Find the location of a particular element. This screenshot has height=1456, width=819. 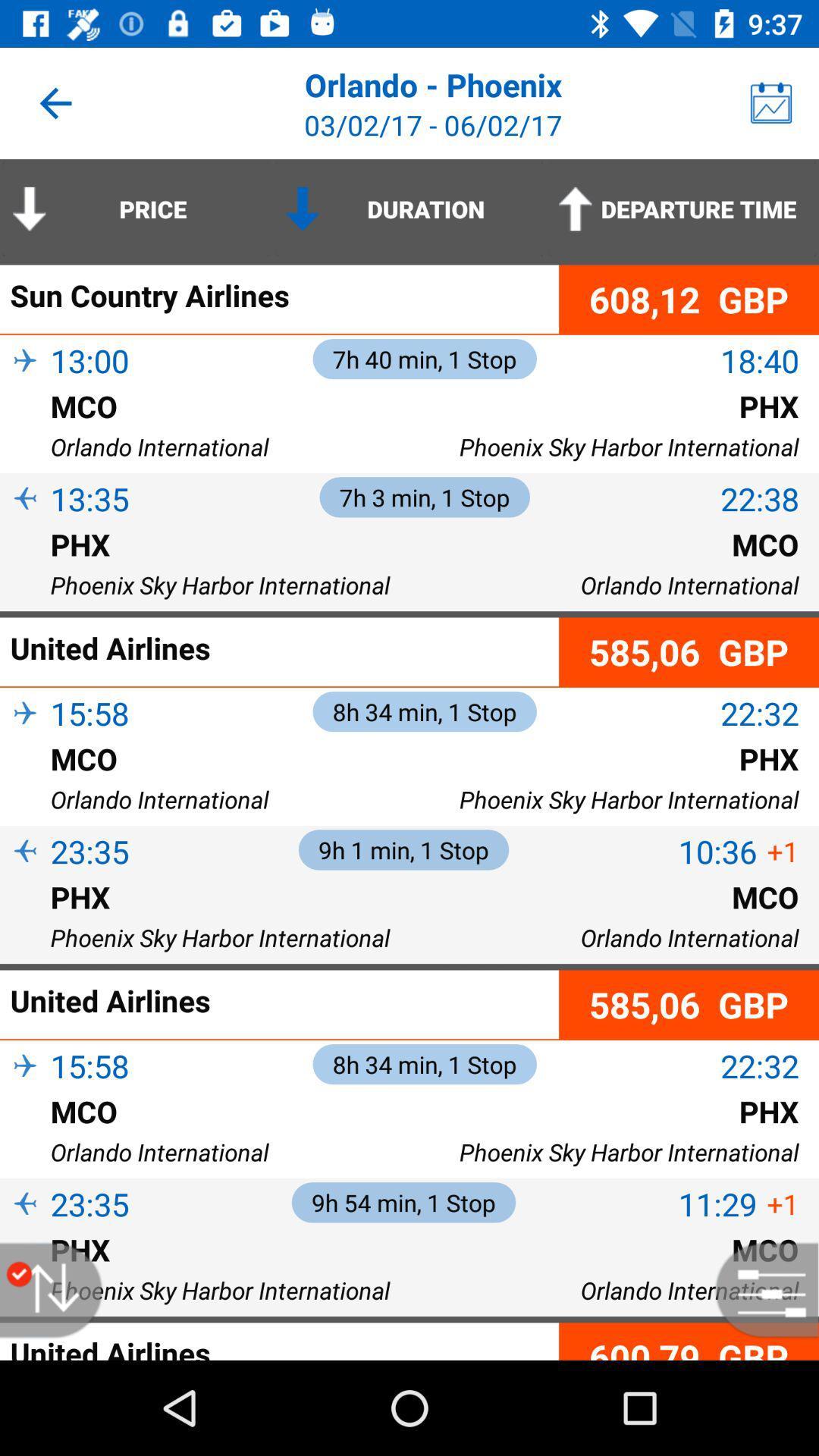

the sliders icon is located at coordinates (759, 1289).